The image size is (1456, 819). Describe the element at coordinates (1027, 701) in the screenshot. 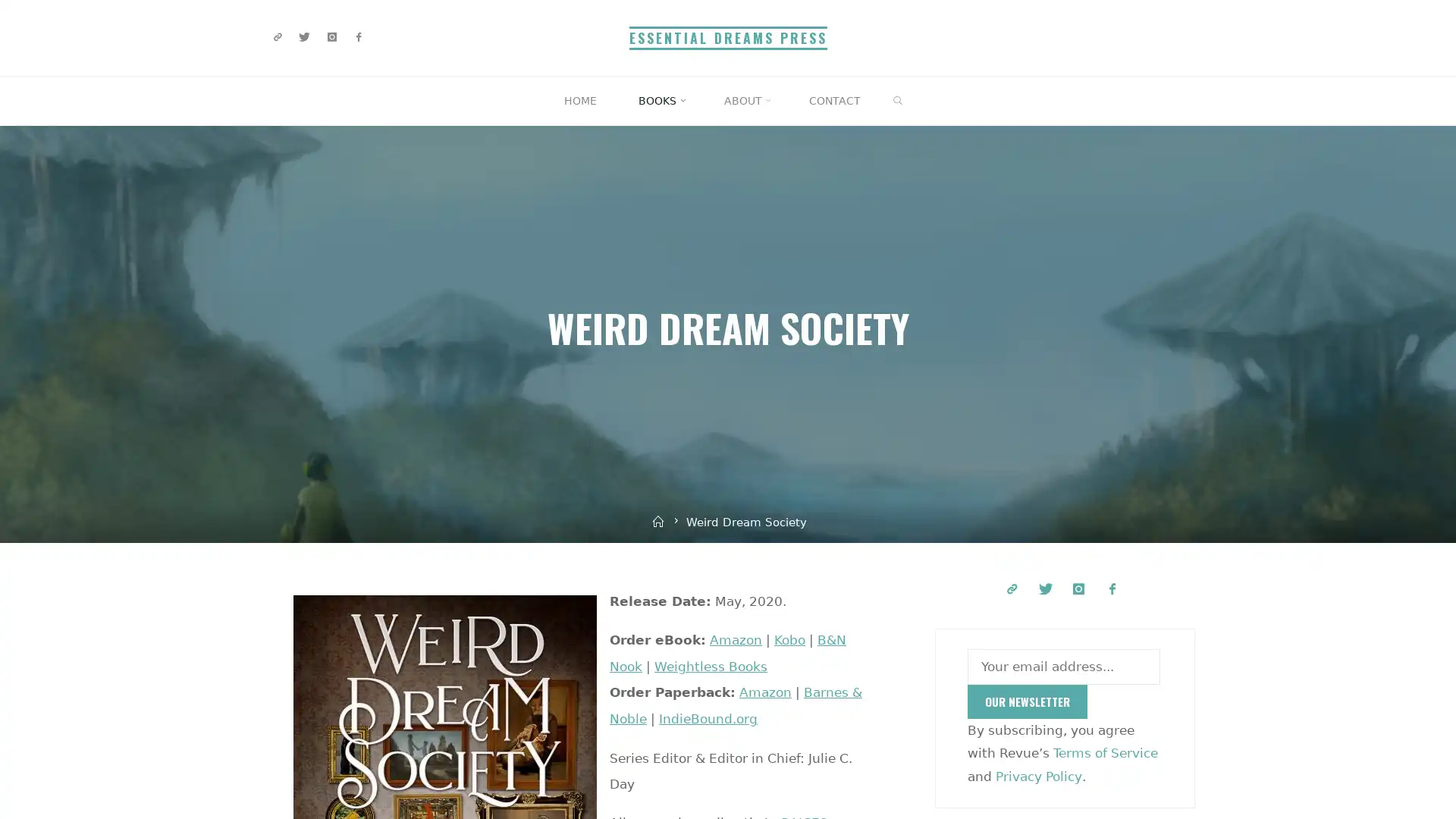

I see `Our Newsletter` at that location.